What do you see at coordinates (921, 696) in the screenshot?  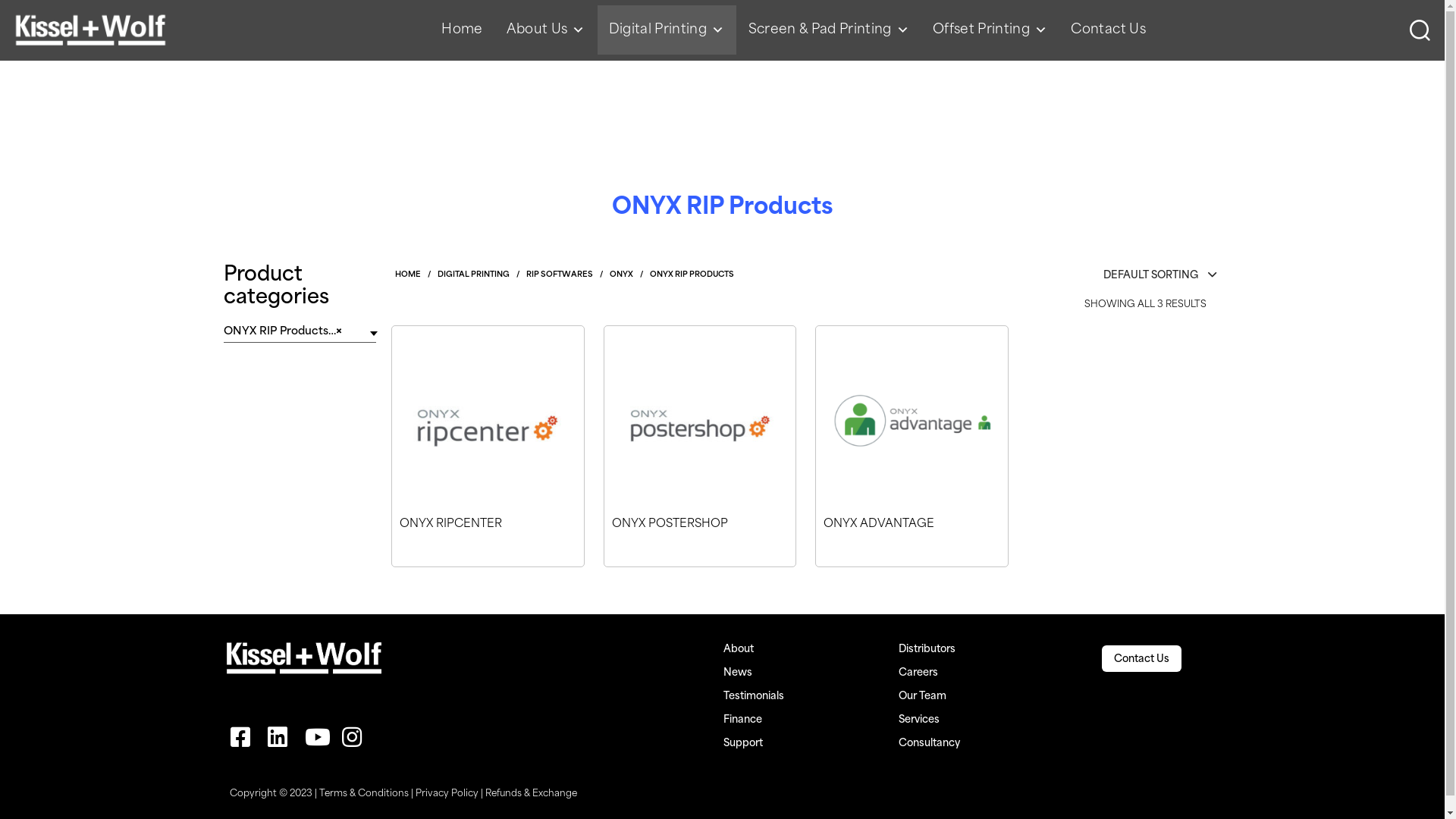 I see `'Our Team'` at bounding box center [921, 696].